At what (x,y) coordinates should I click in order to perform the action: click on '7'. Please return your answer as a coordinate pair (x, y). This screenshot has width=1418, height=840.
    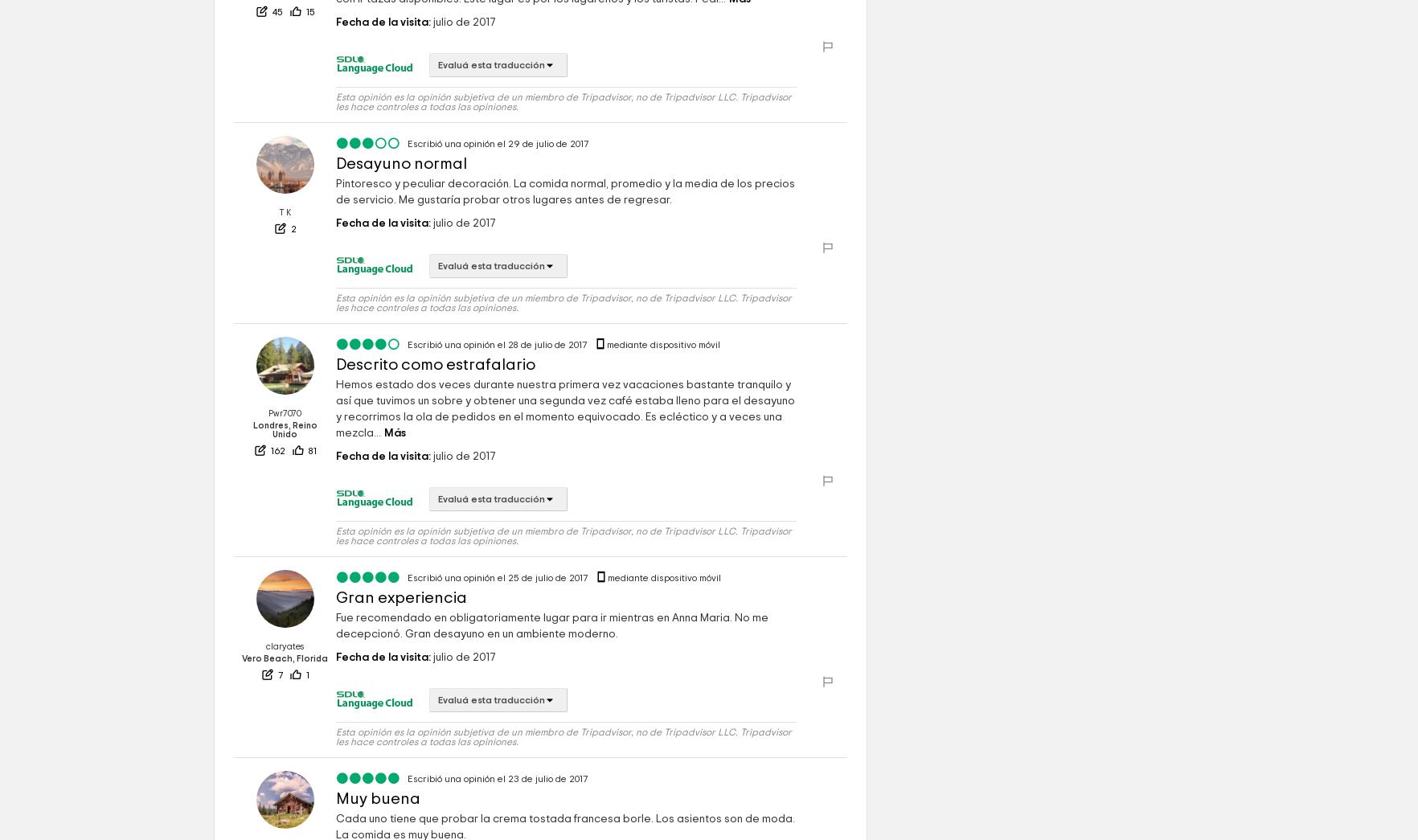
    Looking at the image, I should click on (280, 723).